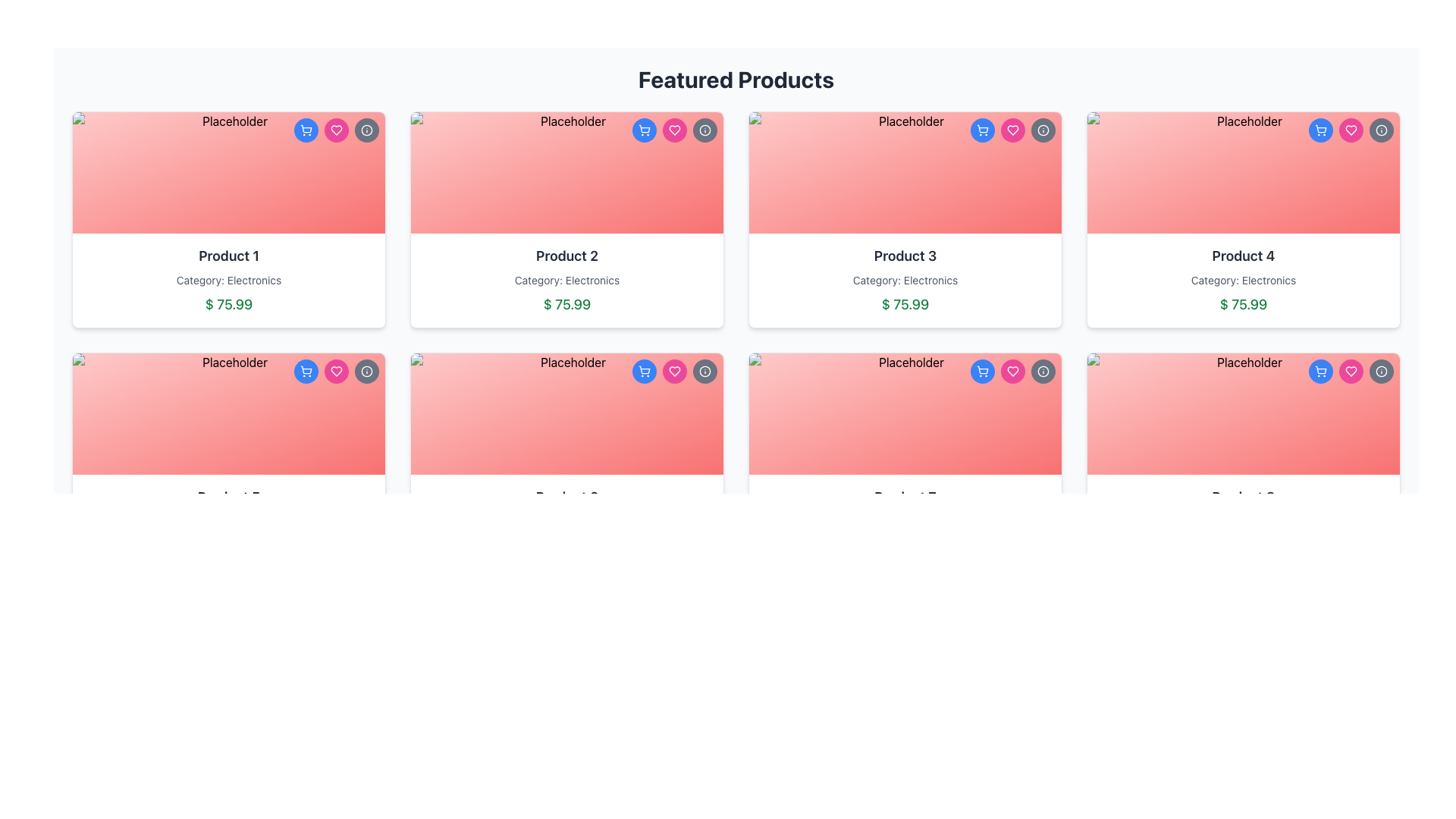 This screenshot has height=819, width=1456. I want to click on the circular button with a pink background and white heart icon located in the top-right corner of the card displaying 'Product 4', so click(1351, 130).